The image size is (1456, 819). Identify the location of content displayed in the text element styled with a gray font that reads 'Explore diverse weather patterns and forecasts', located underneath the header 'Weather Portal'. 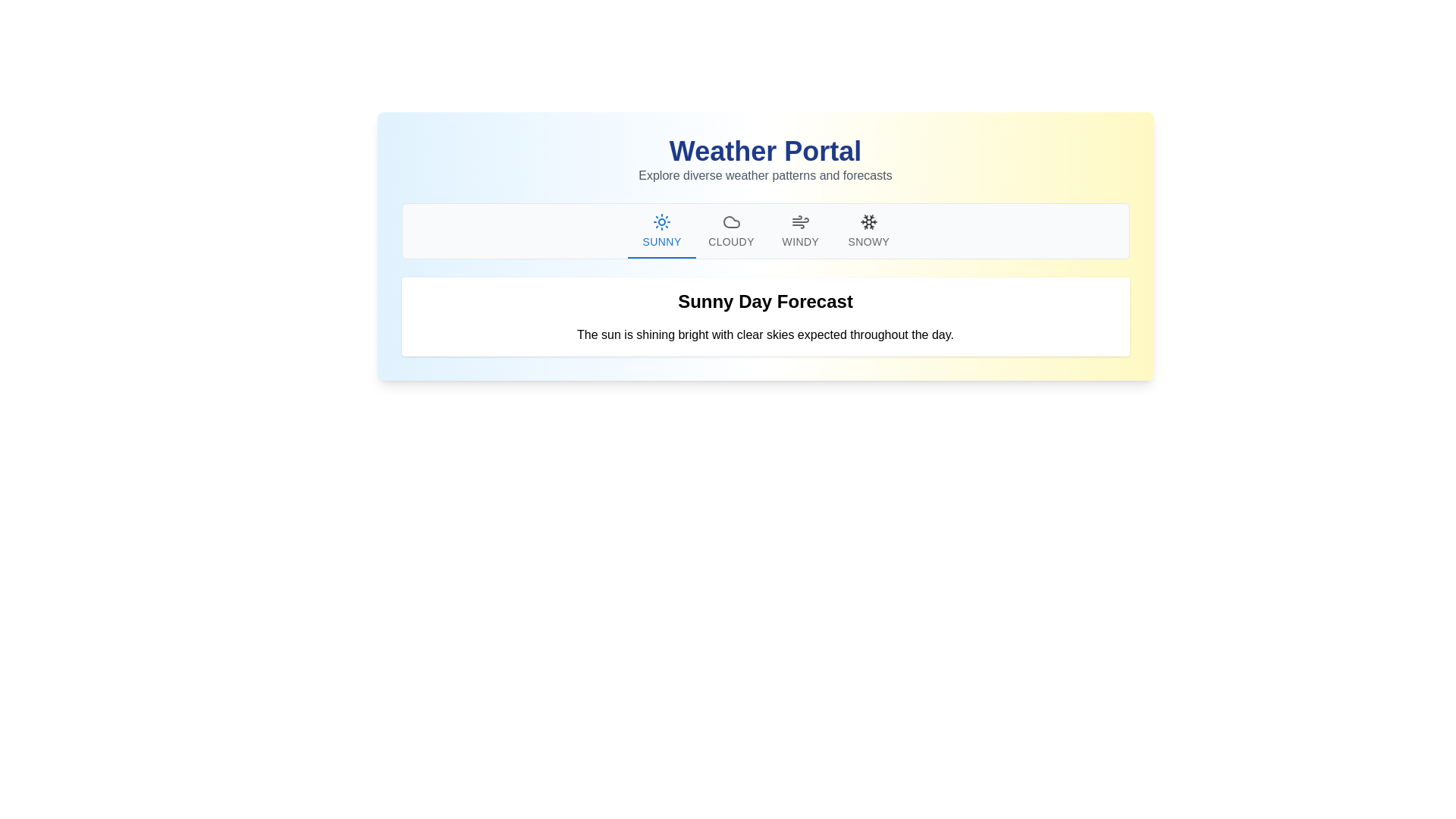
(765, 174).